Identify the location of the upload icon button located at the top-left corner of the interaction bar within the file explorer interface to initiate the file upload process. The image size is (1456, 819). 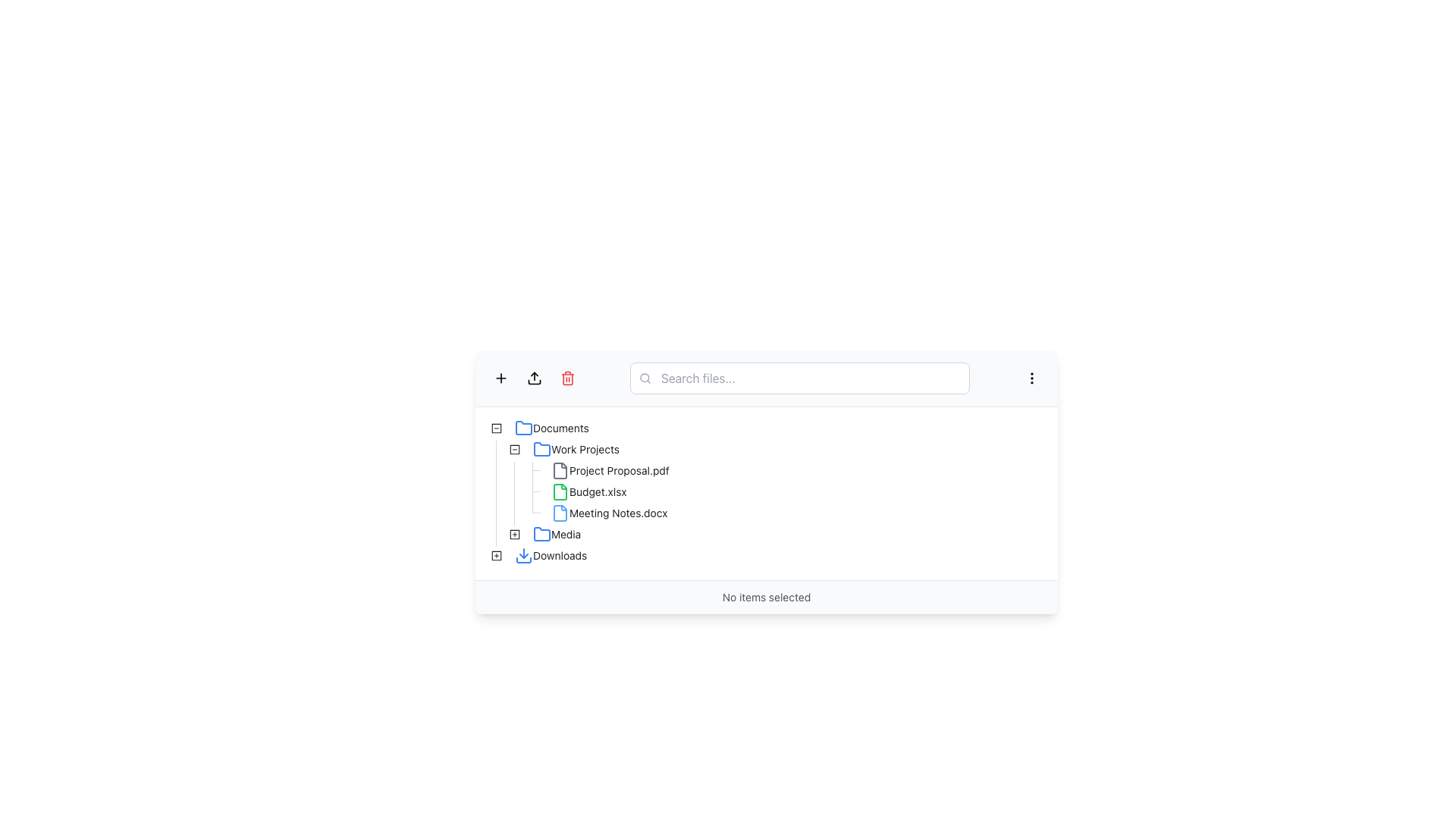
(535, 377).